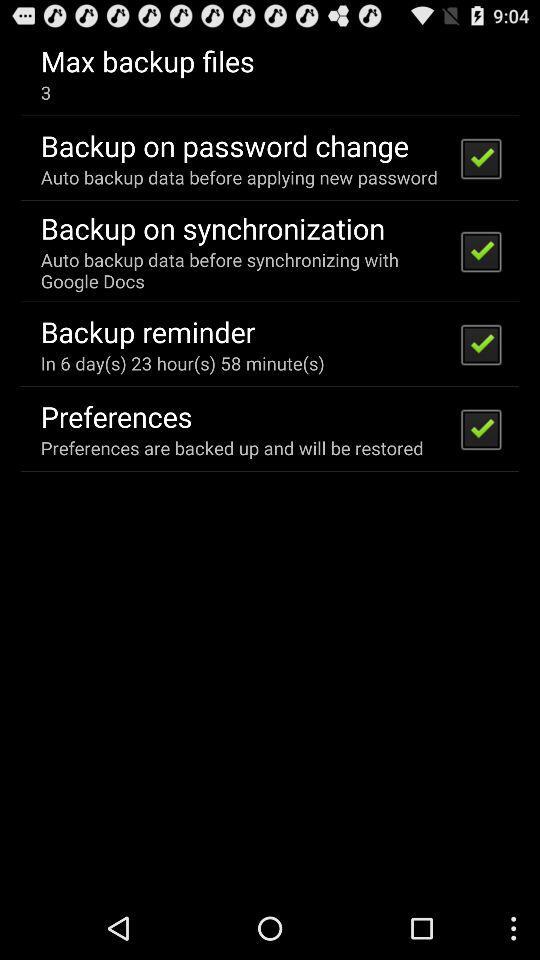 The height and width of the screenshot is (960, 540). Describe the element at coordinates (231, 448) in the screenshot. I see `preferences are backed icon` at that location.